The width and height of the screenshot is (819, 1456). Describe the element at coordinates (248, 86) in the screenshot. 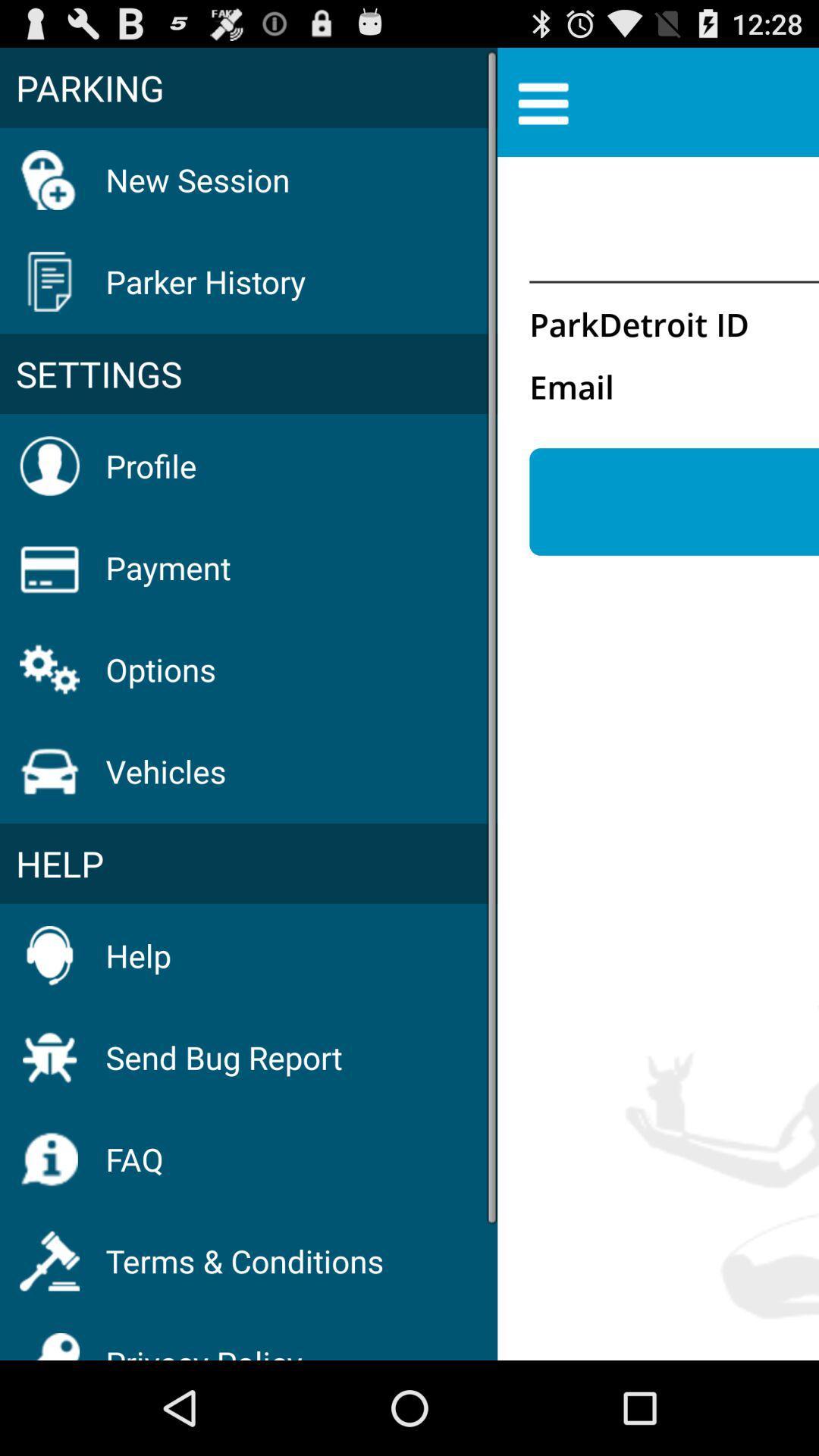

I see `the parking item` at that location.